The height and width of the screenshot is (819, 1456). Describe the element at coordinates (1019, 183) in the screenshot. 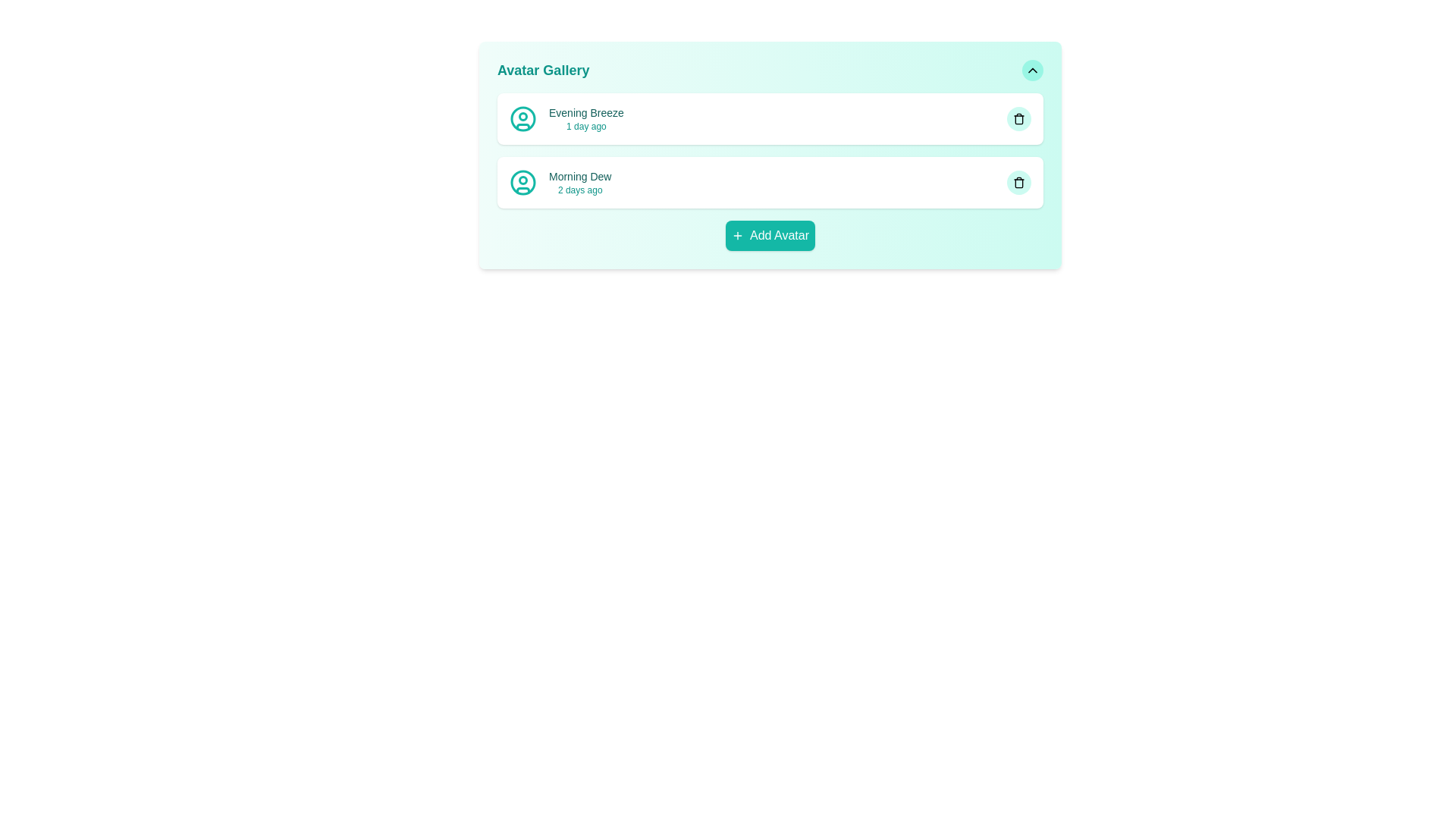

I see `the area surrounding the trash can icon` at that location.